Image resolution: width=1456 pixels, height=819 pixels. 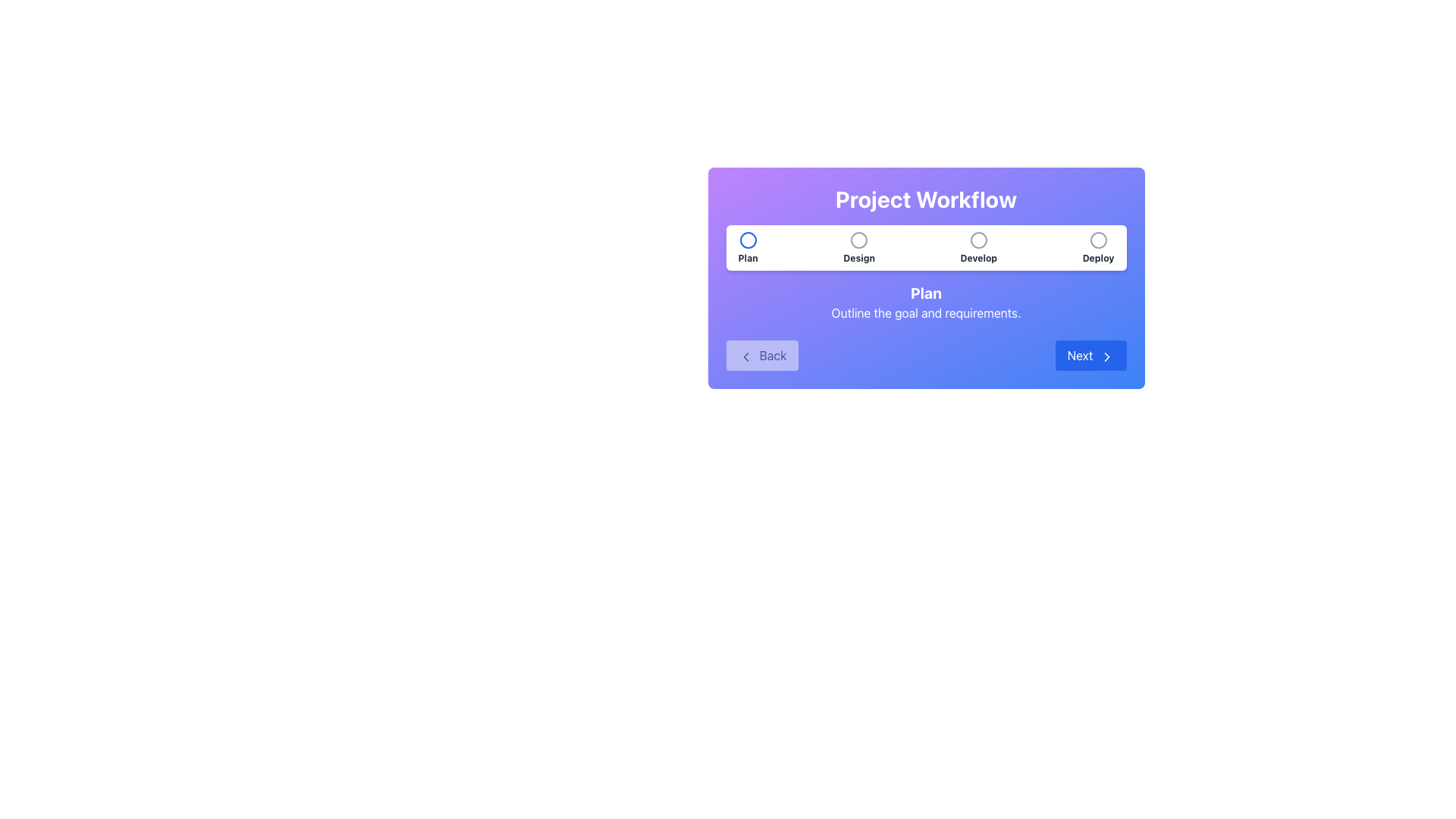 I want to click on the first Step Indicator labeled 'Plan' in the stepper component, which visually represents the first stage of a multi-step workflow, so click(x=748, y=247).